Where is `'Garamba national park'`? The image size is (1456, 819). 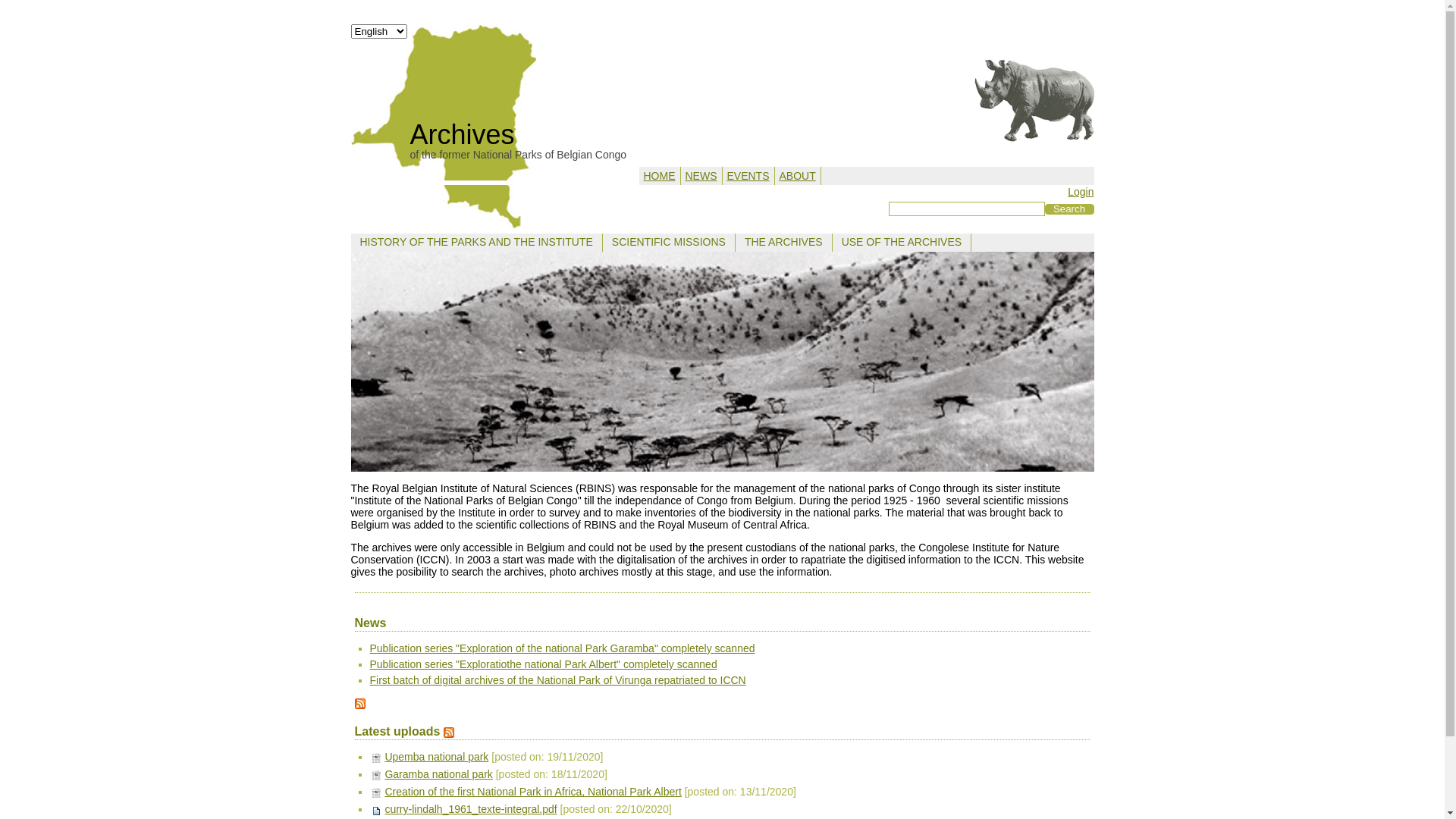 'Garamba national park' is located at coordinates (384, 774).